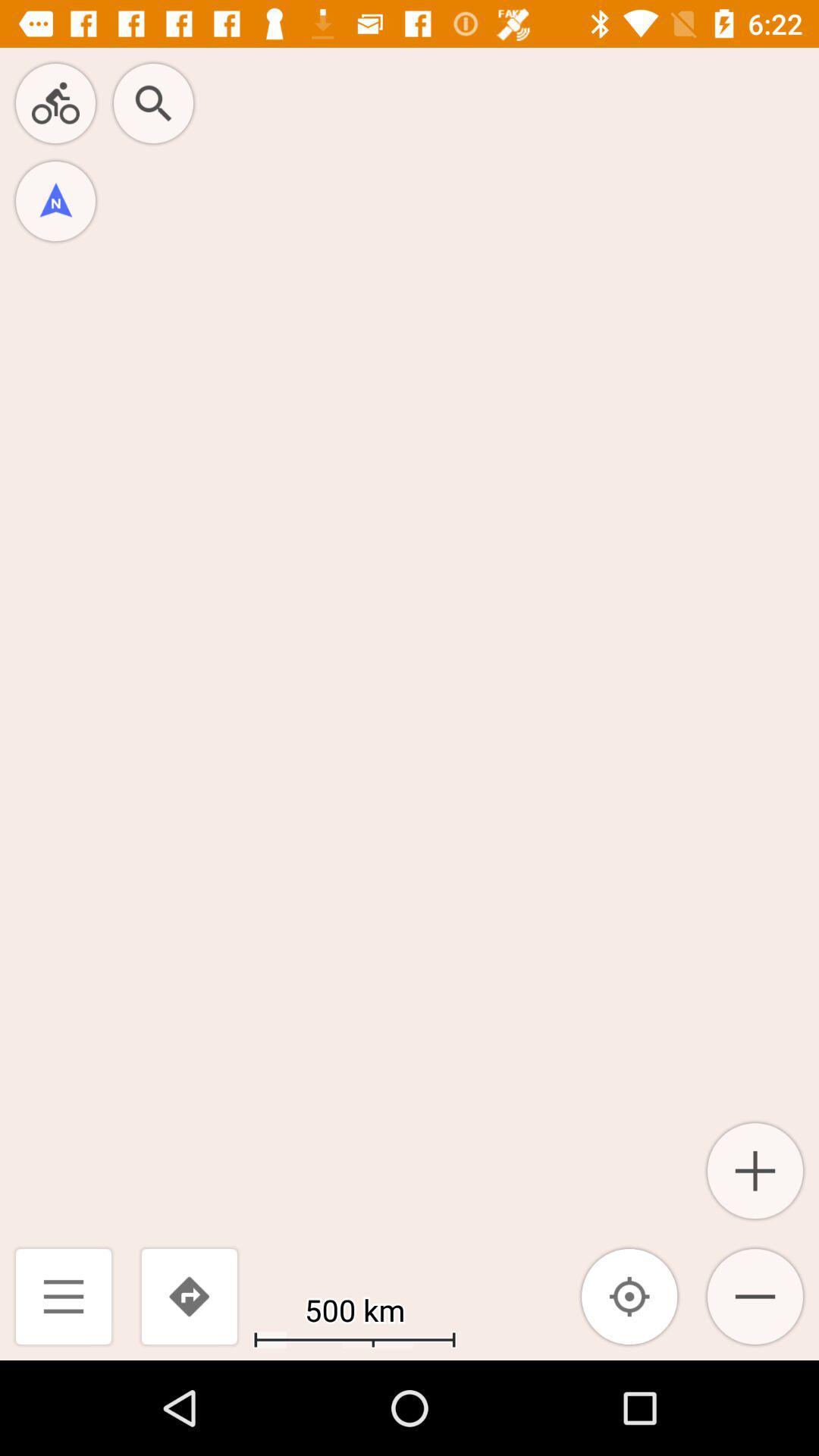 The height and width of the screenshot is (1456, 819). Describe the element at coordinates (153, 102) in the screenshot. I see `the search icon` at that location.